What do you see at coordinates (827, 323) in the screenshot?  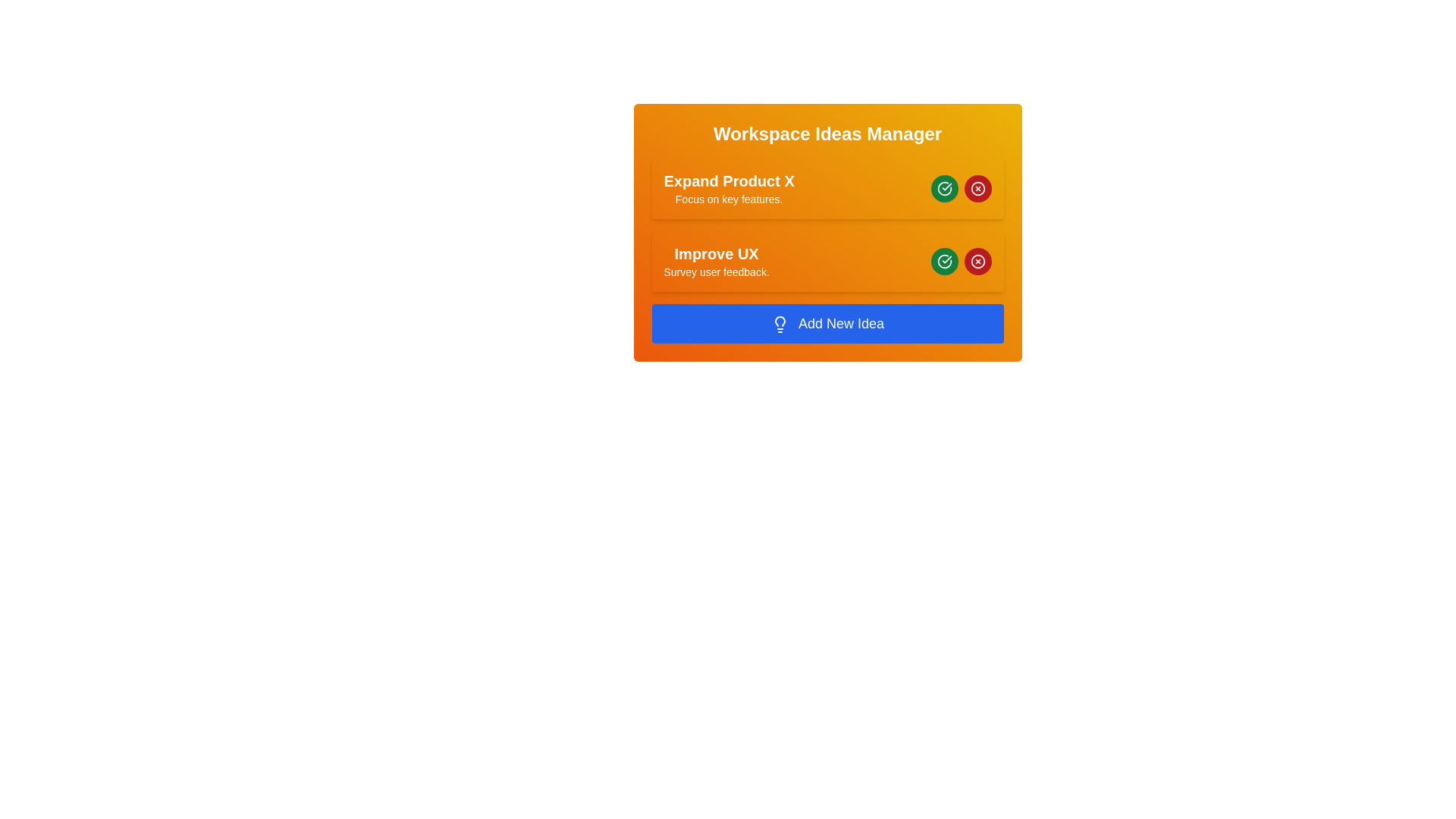 I see `the rectangular blue button labeled 'Add New Idea' with a lightbulb icon` at bounding box center [827, 323].